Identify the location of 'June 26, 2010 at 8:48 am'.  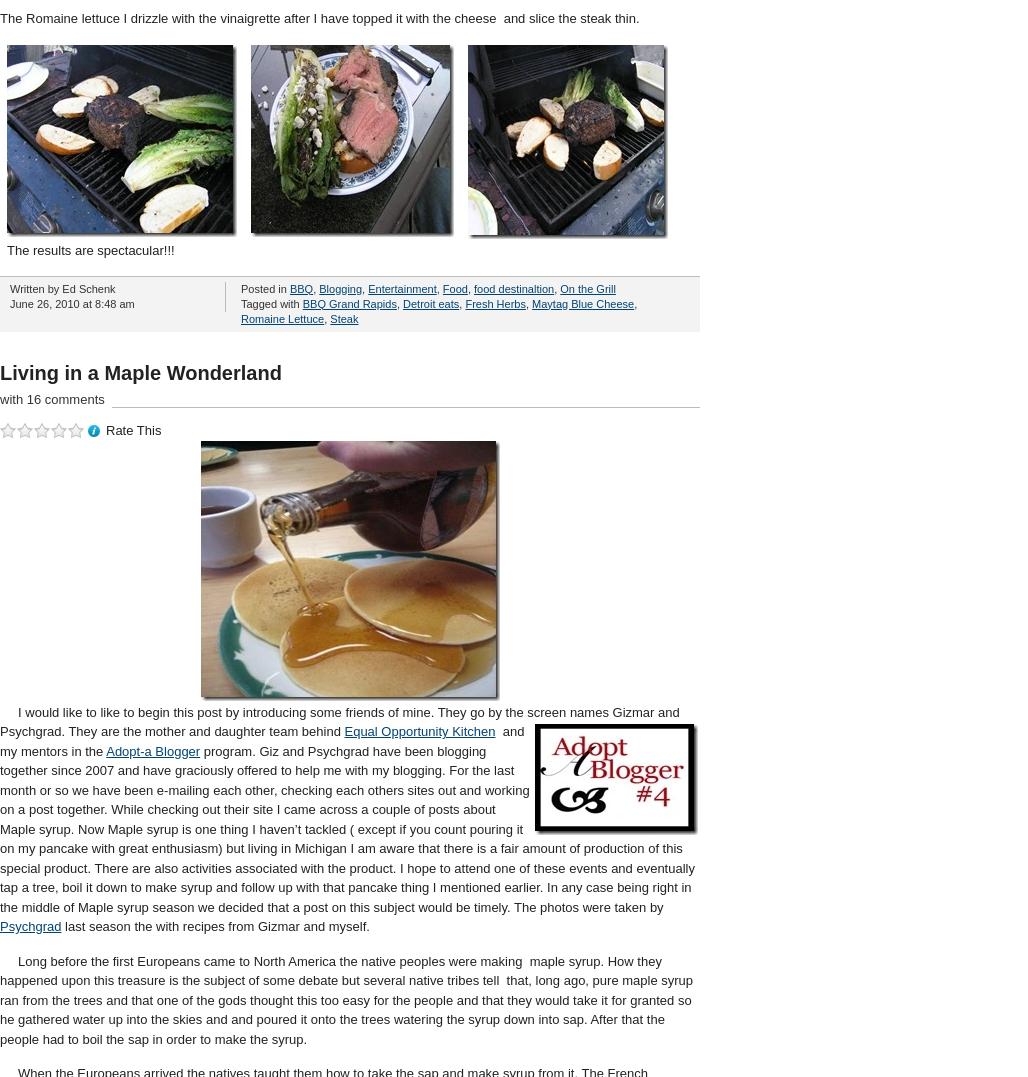
(70, 302).